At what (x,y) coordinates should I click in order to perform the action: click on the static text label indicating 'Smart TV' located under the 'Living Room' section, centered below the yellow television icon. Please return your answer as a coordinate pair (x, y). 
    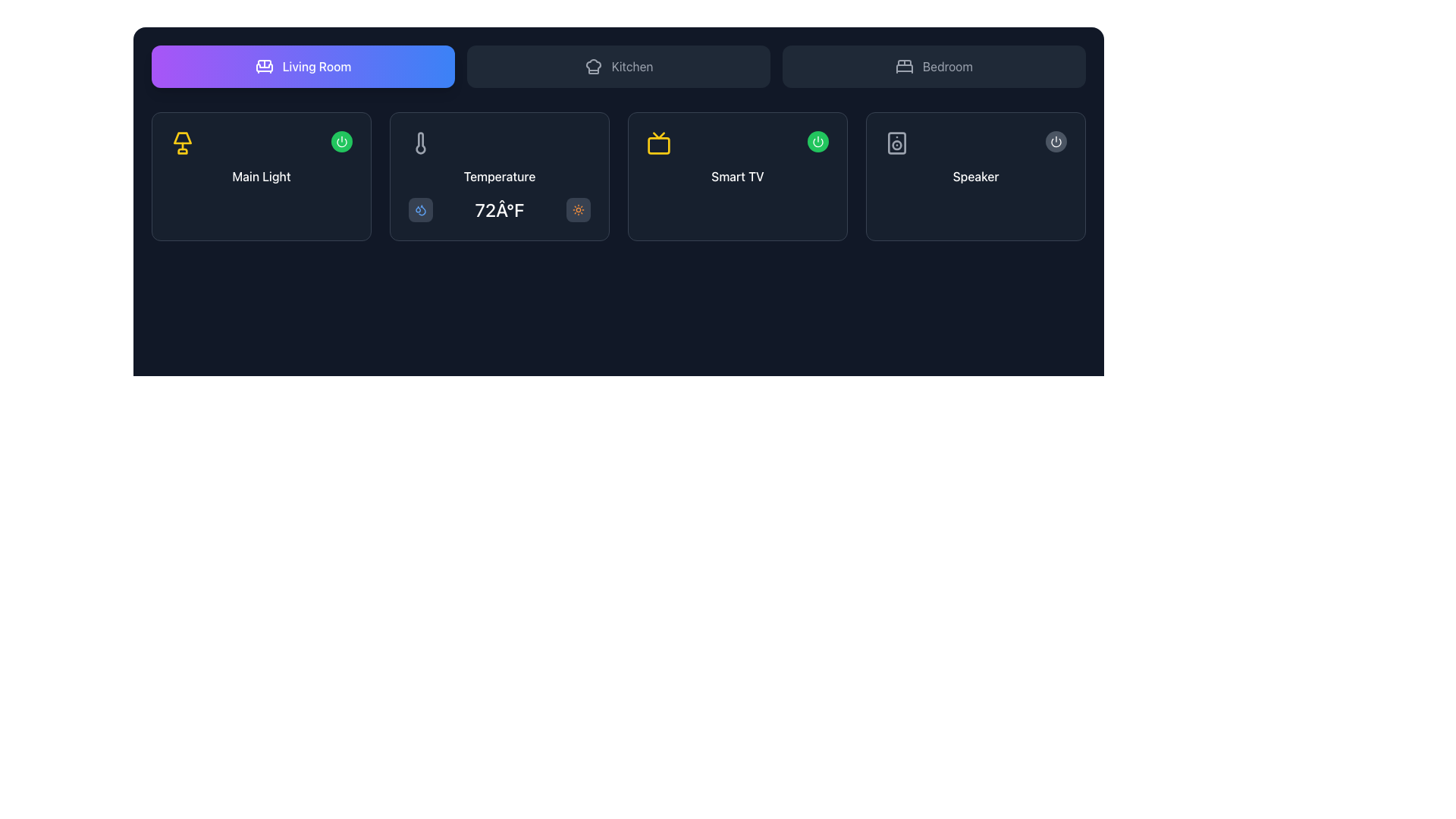
    Looking at the image, I should click on (738, 175).